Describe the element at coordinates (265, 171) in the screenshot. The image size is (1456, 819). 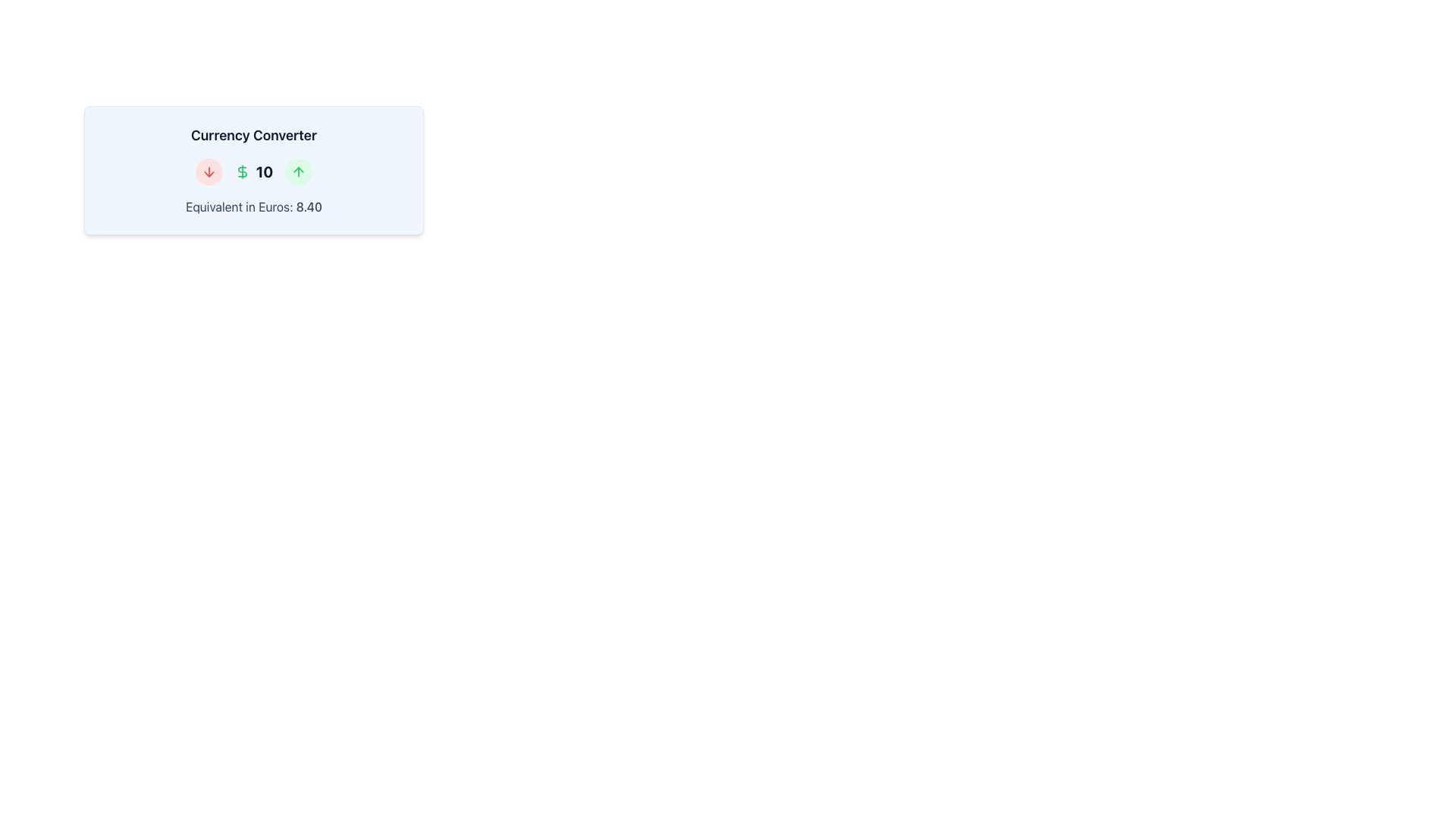
I see `the numerical value Text Display, which is the third visual component in a row that includes a green dollar sign on the left and a green upward arrow on the right` at that location.